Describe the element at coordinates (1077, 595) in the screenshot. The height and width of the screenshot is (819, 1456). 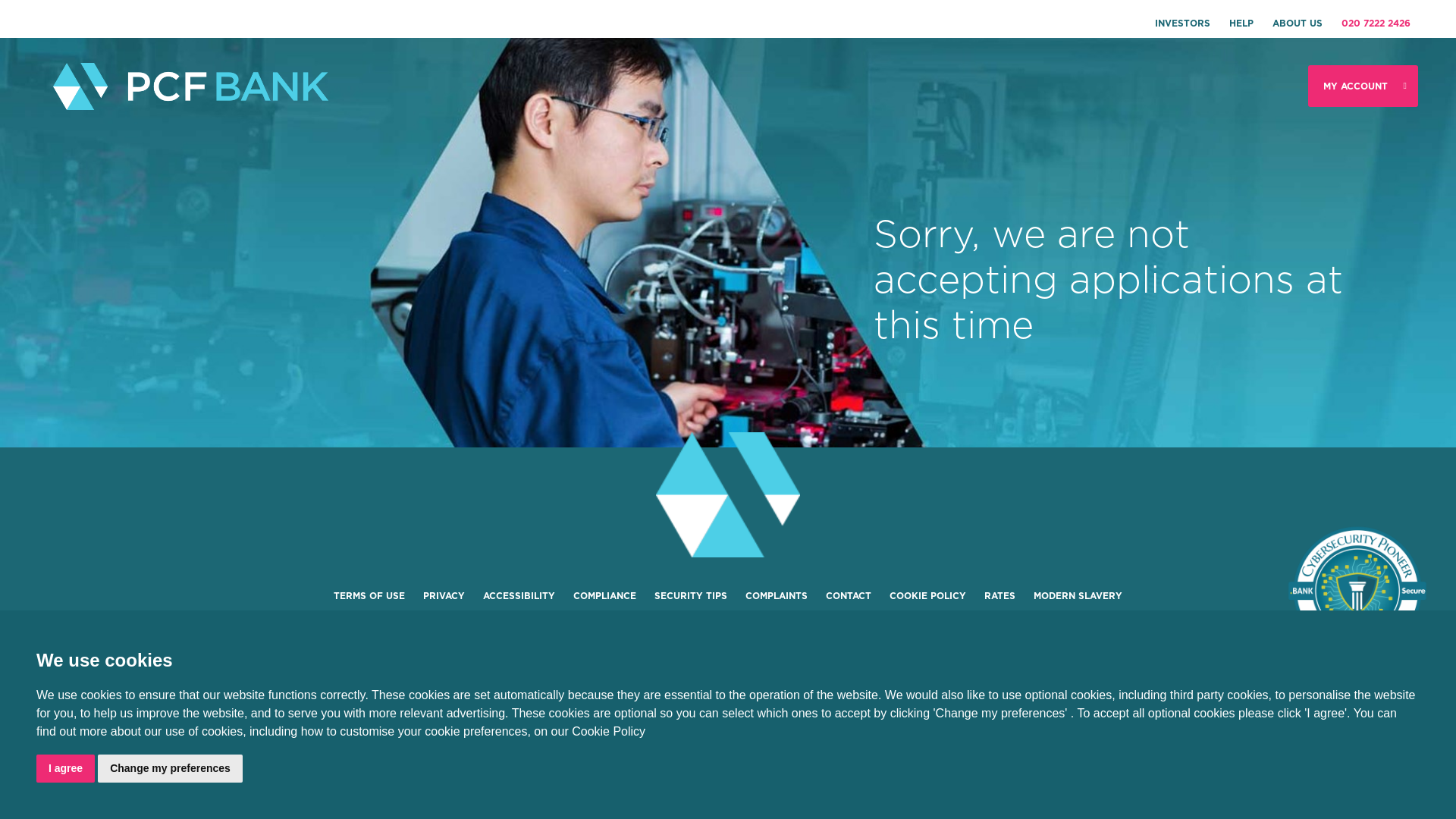
I see `'MODERN SLAVERY'` at that location.